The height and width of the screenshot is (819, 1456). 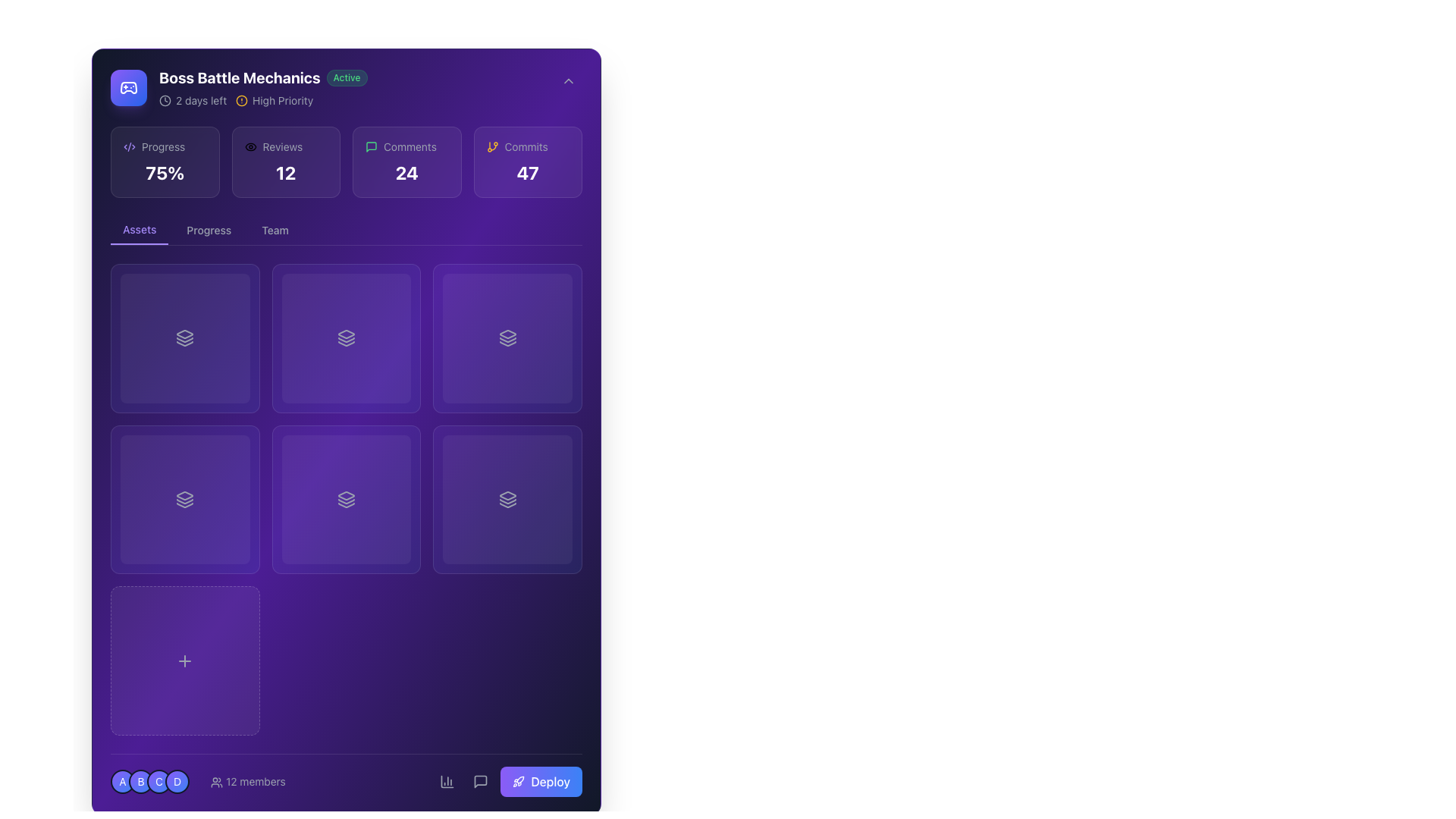 What do you see at coordinates (345, 500) in the screenshot?
I see `the interactive grid item with a deep purple background and a centered icon resembling multiple stacked shapes, located in the middle column of the lower row` at bounding box center [345, 500].